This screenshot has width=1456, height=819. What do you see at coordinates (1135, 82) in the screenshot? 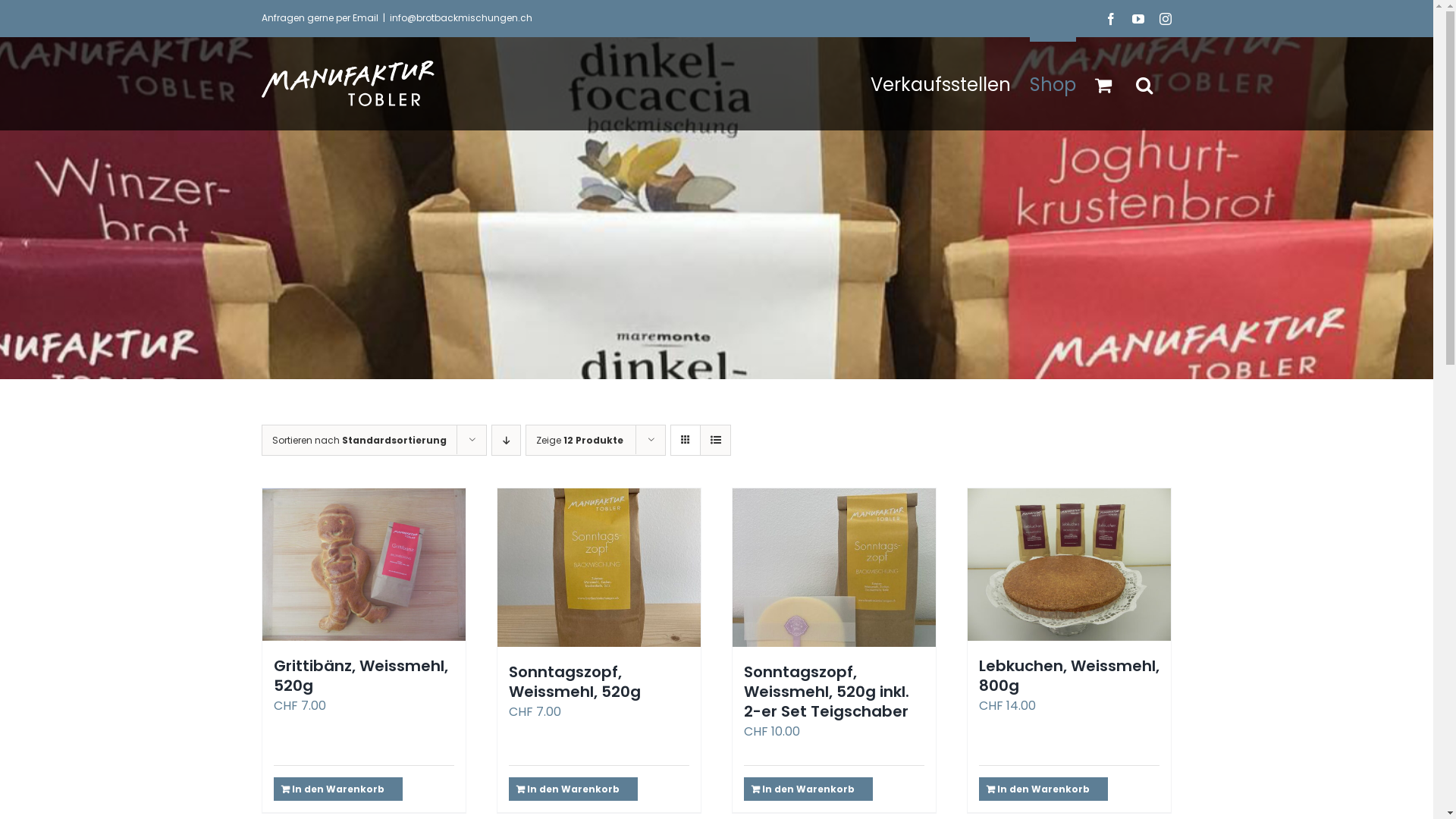
I see `'Suche'` at bounding box center [1135, 82].